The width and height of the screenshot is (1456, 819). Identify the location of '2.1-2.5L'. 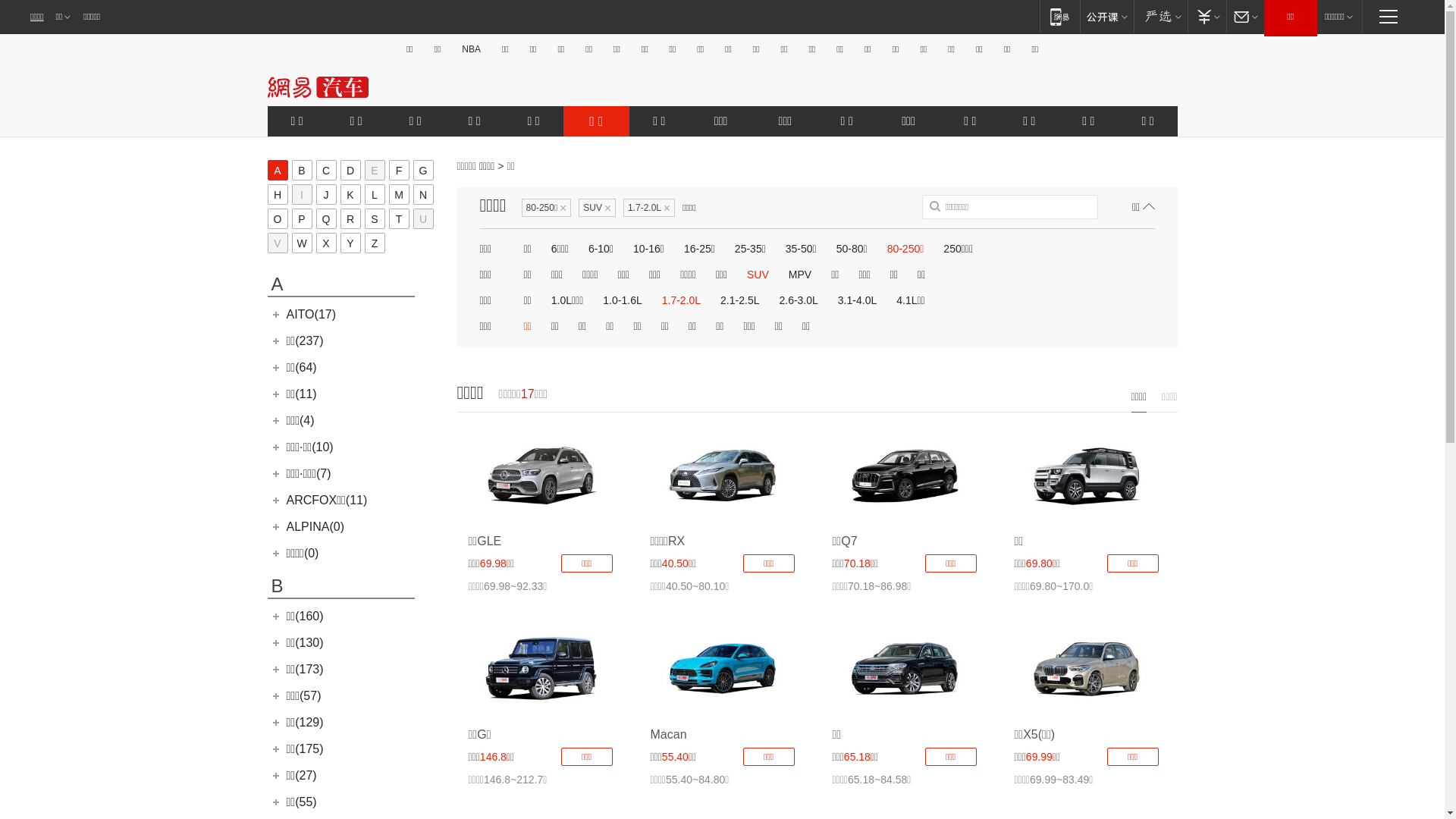
(739, 300).